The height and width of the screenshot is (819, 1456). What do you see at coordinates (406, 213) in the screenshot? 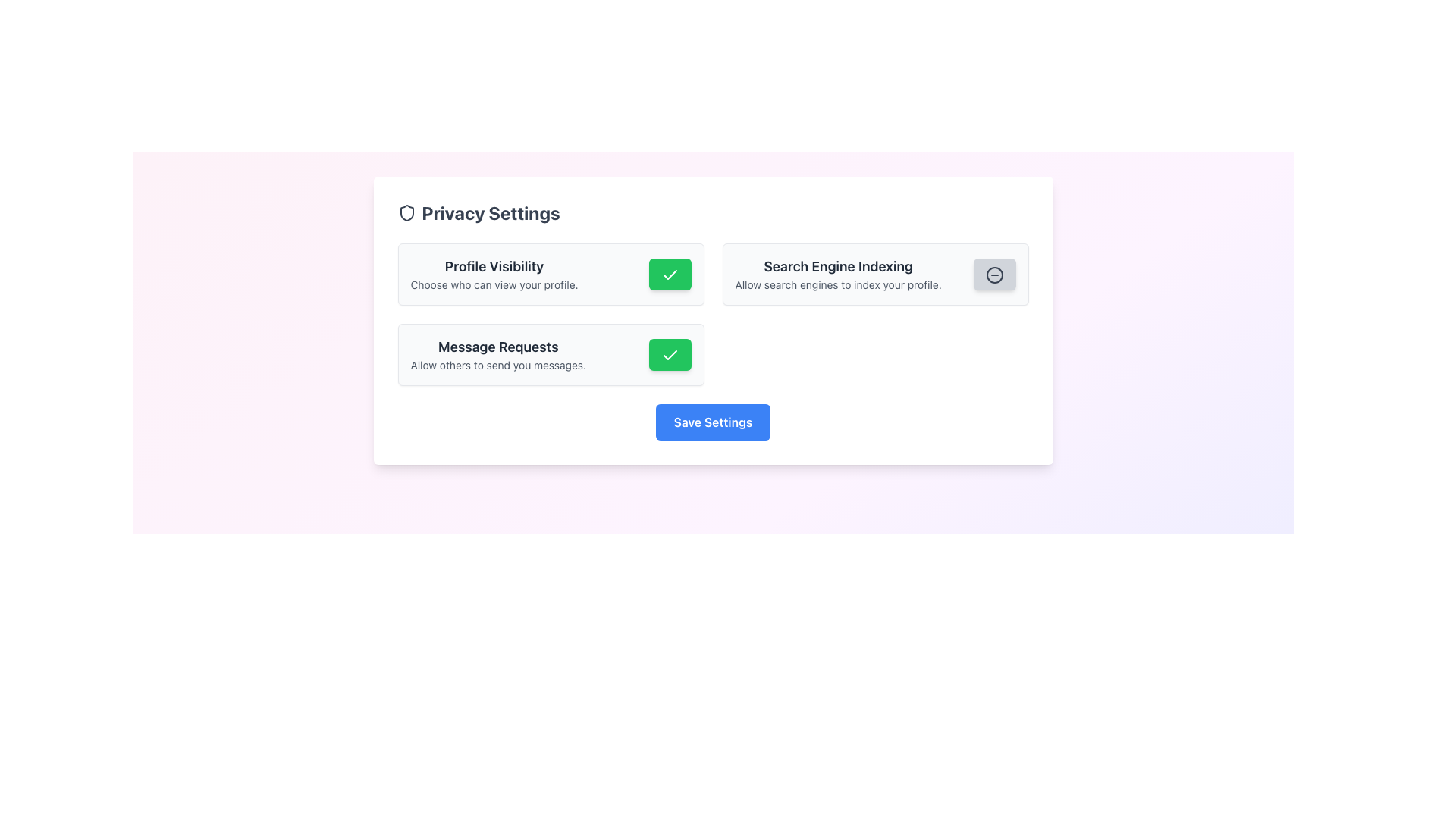
I see `security icon located in the upper-left corner of the 'Privacy Settings' card, which serves as a visual indicator for protection` at bounding box center [406, 213].